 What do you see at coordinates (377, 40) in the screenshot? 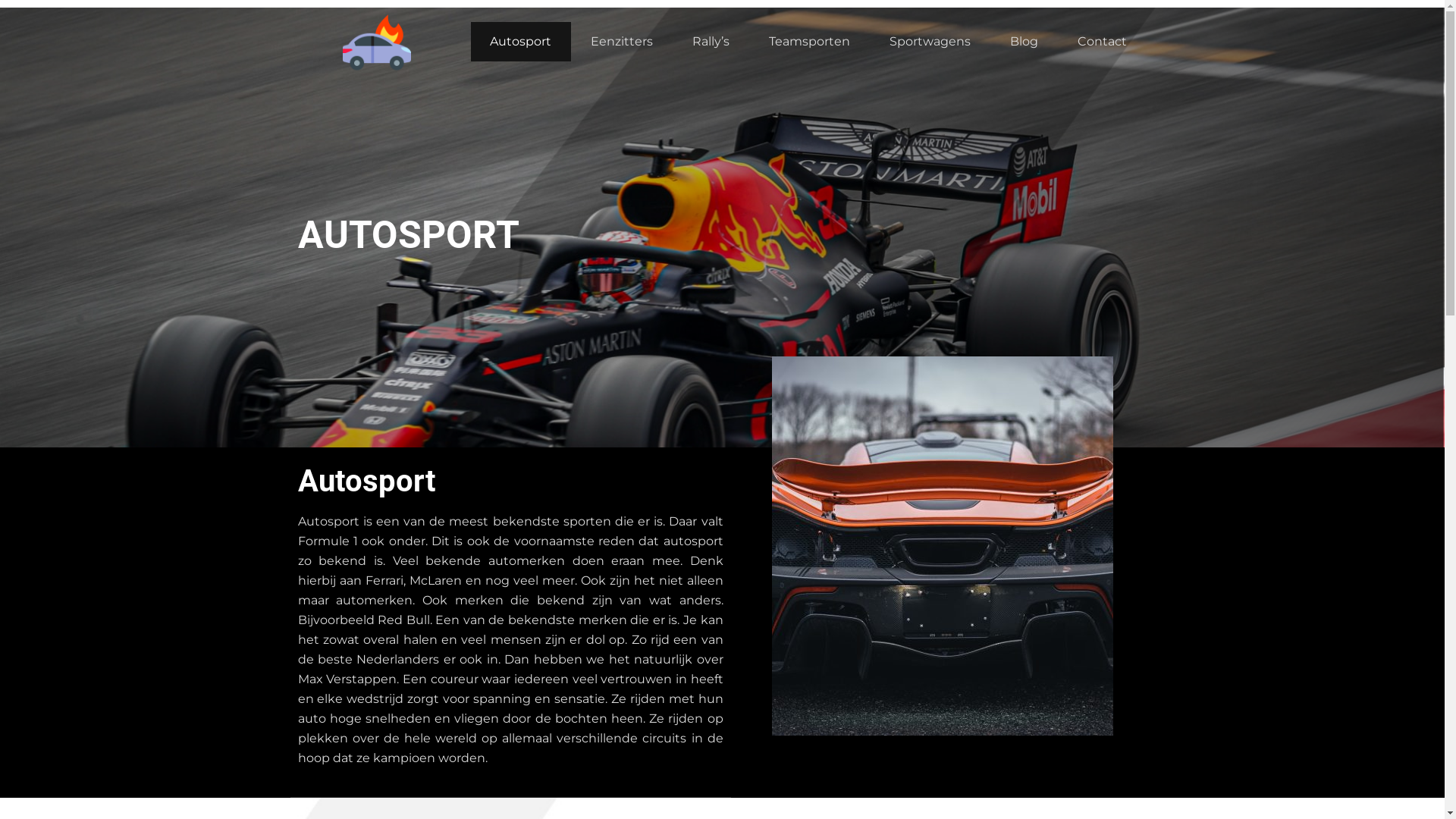
I see `'icons8-car-fire-96'` at bounding box center [377, 40].